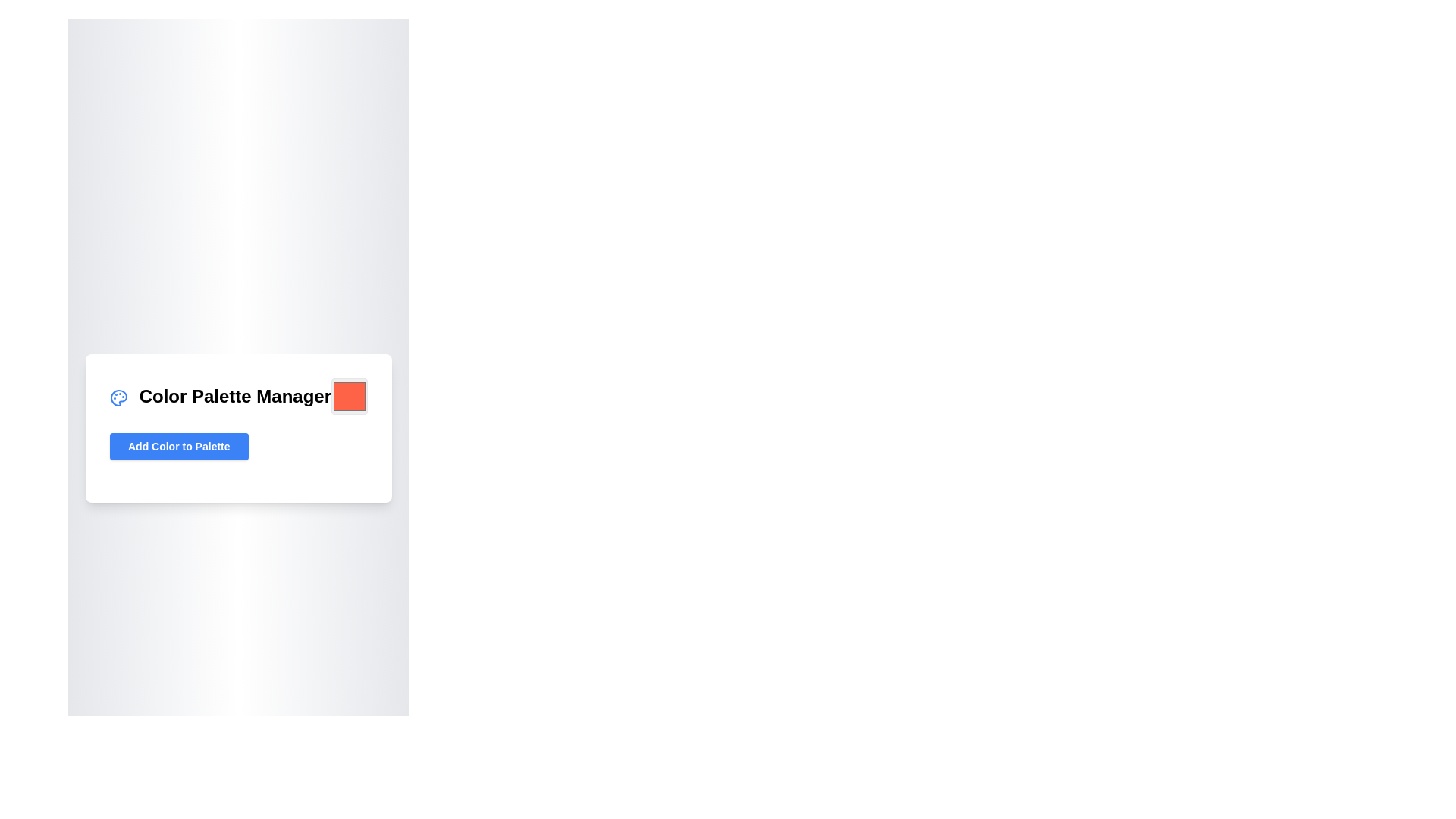 The image size is (1456, 819). What do you see at coordinates (238, 428) in the screenshot?
I see `the button at the bottom of the color palette management card` at bounding box center [238, 428].